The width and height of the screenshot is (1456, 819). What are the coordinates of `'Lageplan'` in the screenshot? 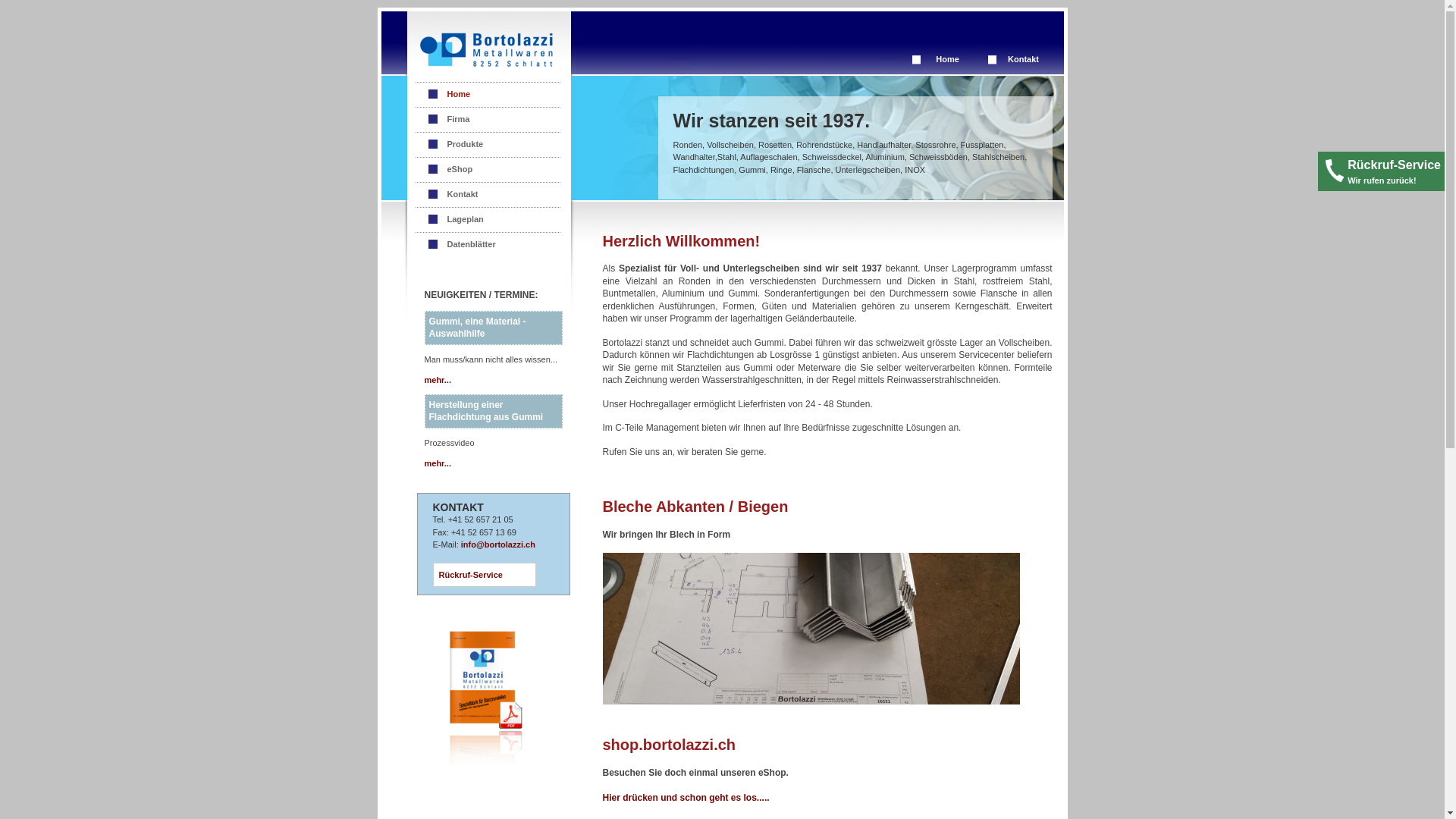 It's located at (490, 219).